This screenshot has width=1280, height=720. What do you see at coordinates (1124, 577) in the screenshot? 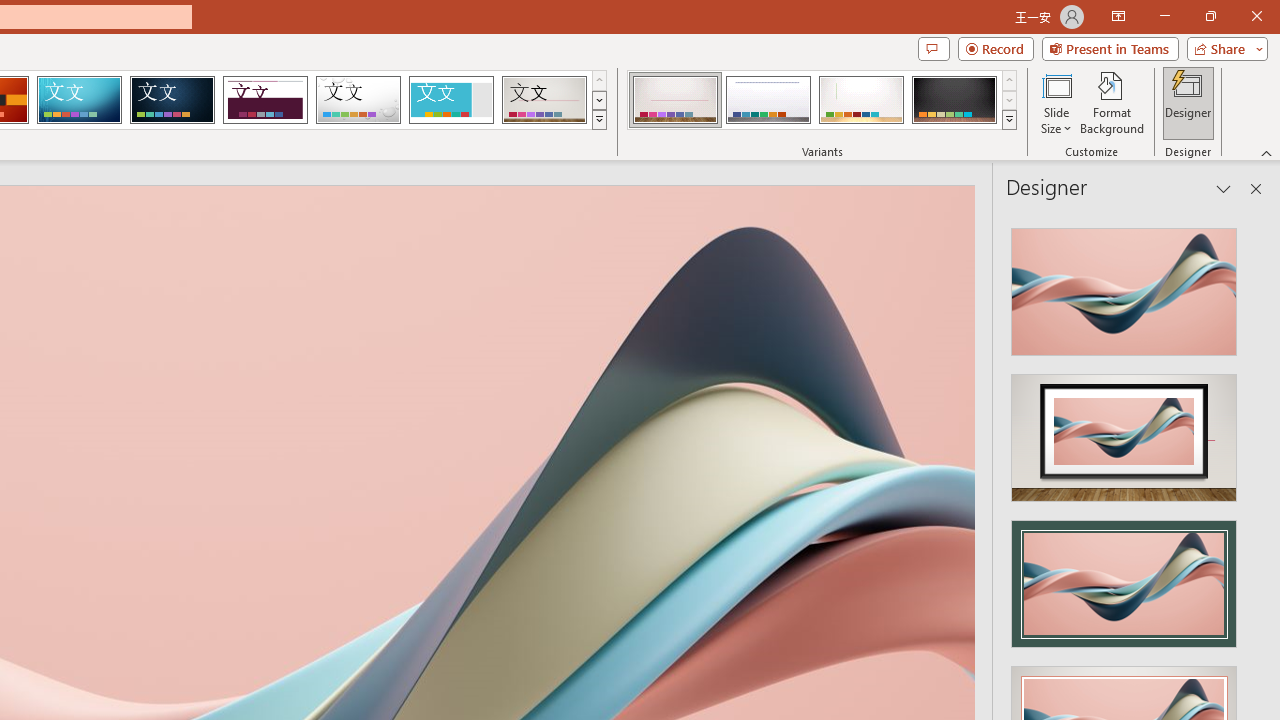
I see `'Design Idea'` at bounding box center [1124, 577].